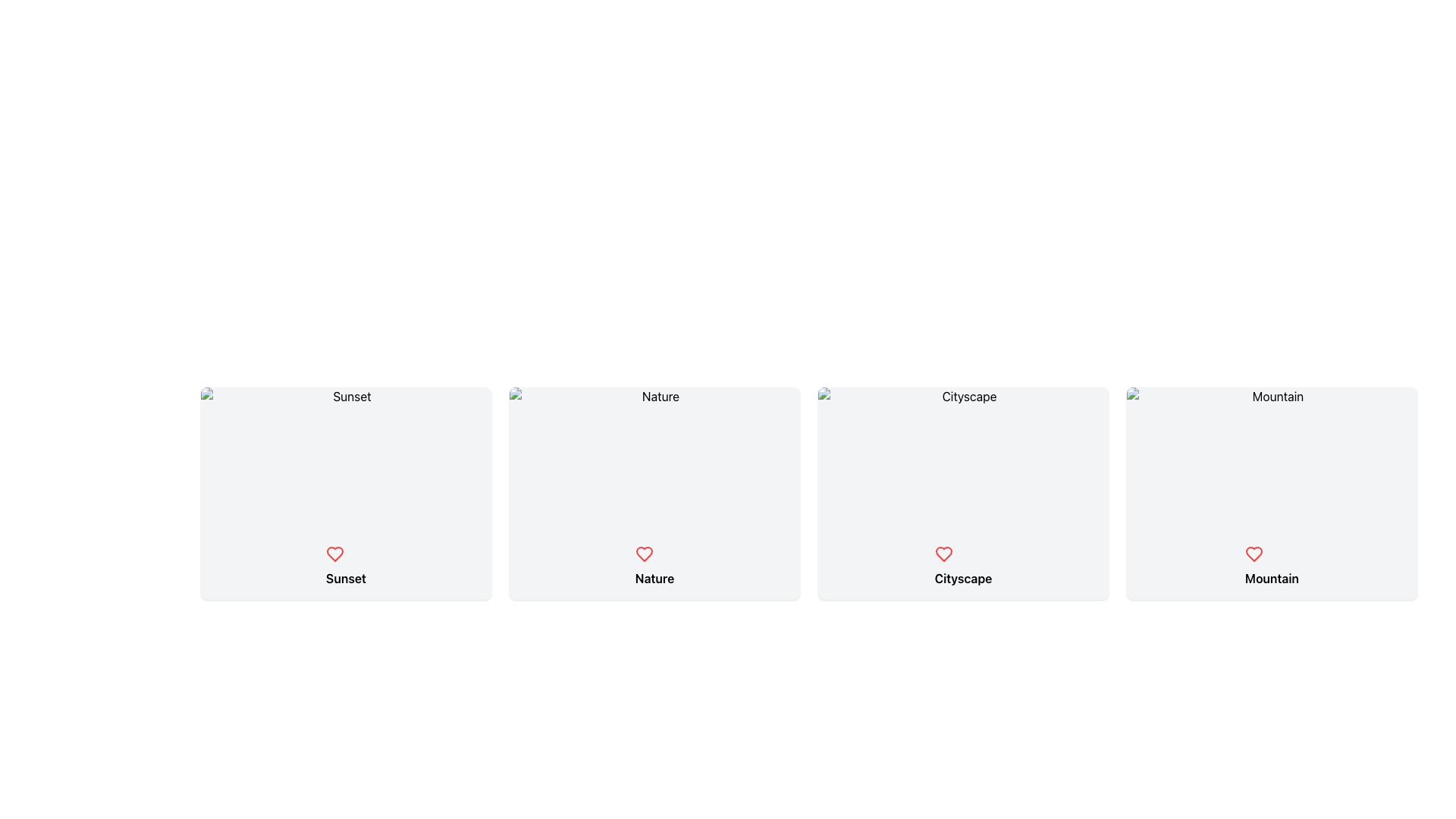  I want to click on the favorite icon button for the 'Cityscape' to trigger the tooltip or animation, so click(943, 554).